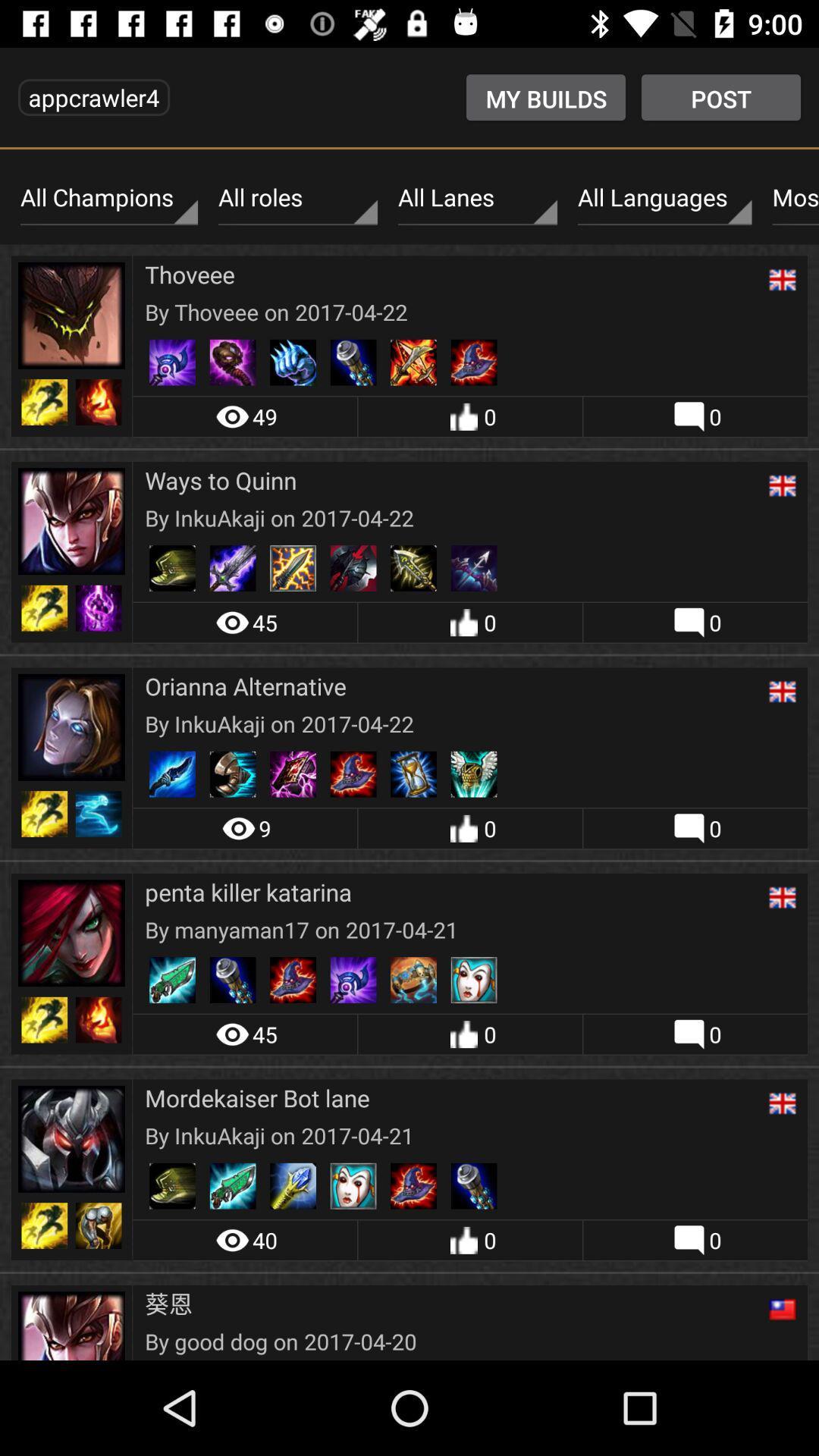 Image resolution: width=819 pixels, height=1456 pixels. What do you see at coordinates (720, 96) in the screenshot?
I see `the post item` at bounding box center [720, 96].